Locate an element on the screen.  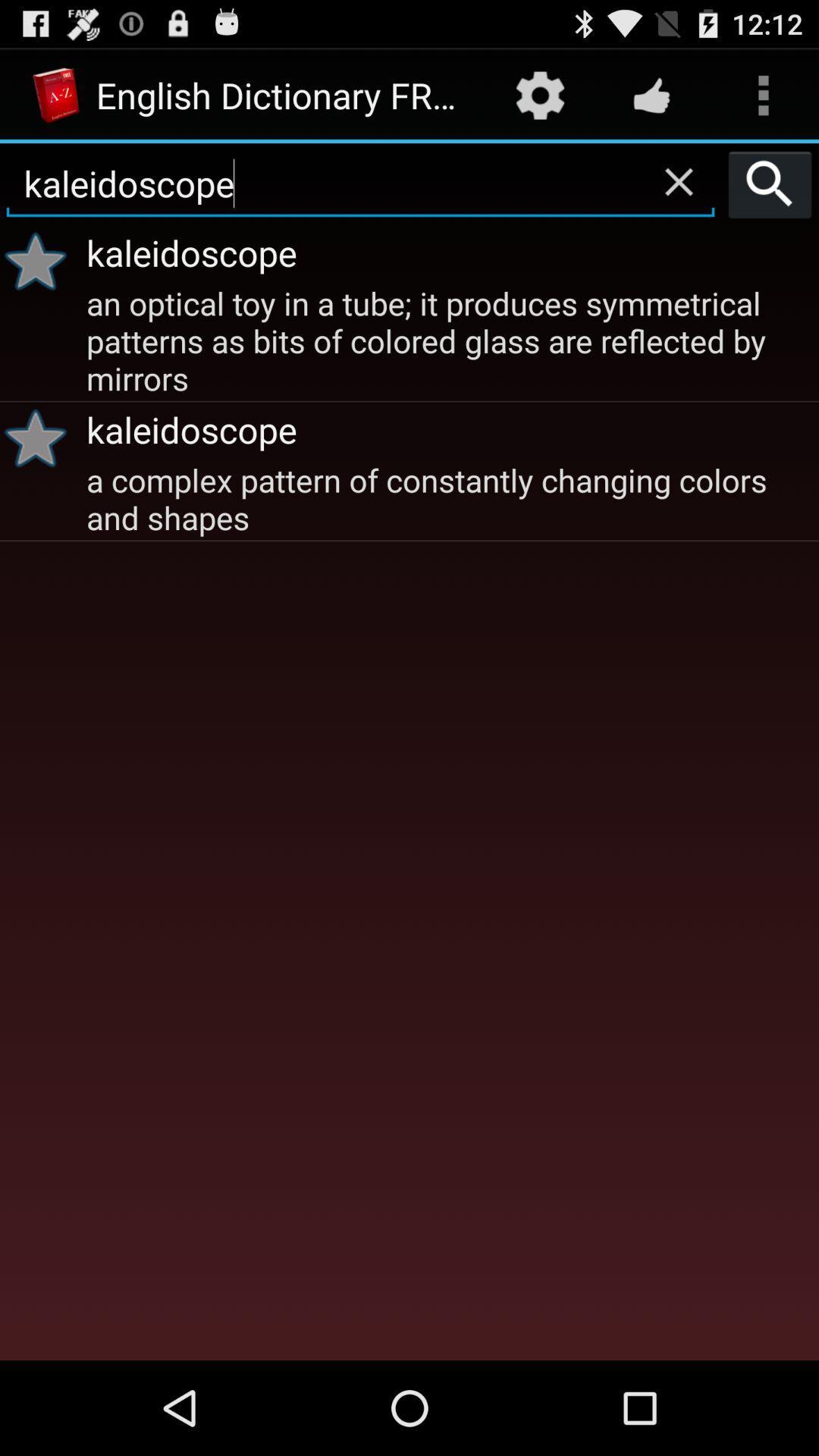
icon below the kaleidoscope app is located at coordinates (450, 497).